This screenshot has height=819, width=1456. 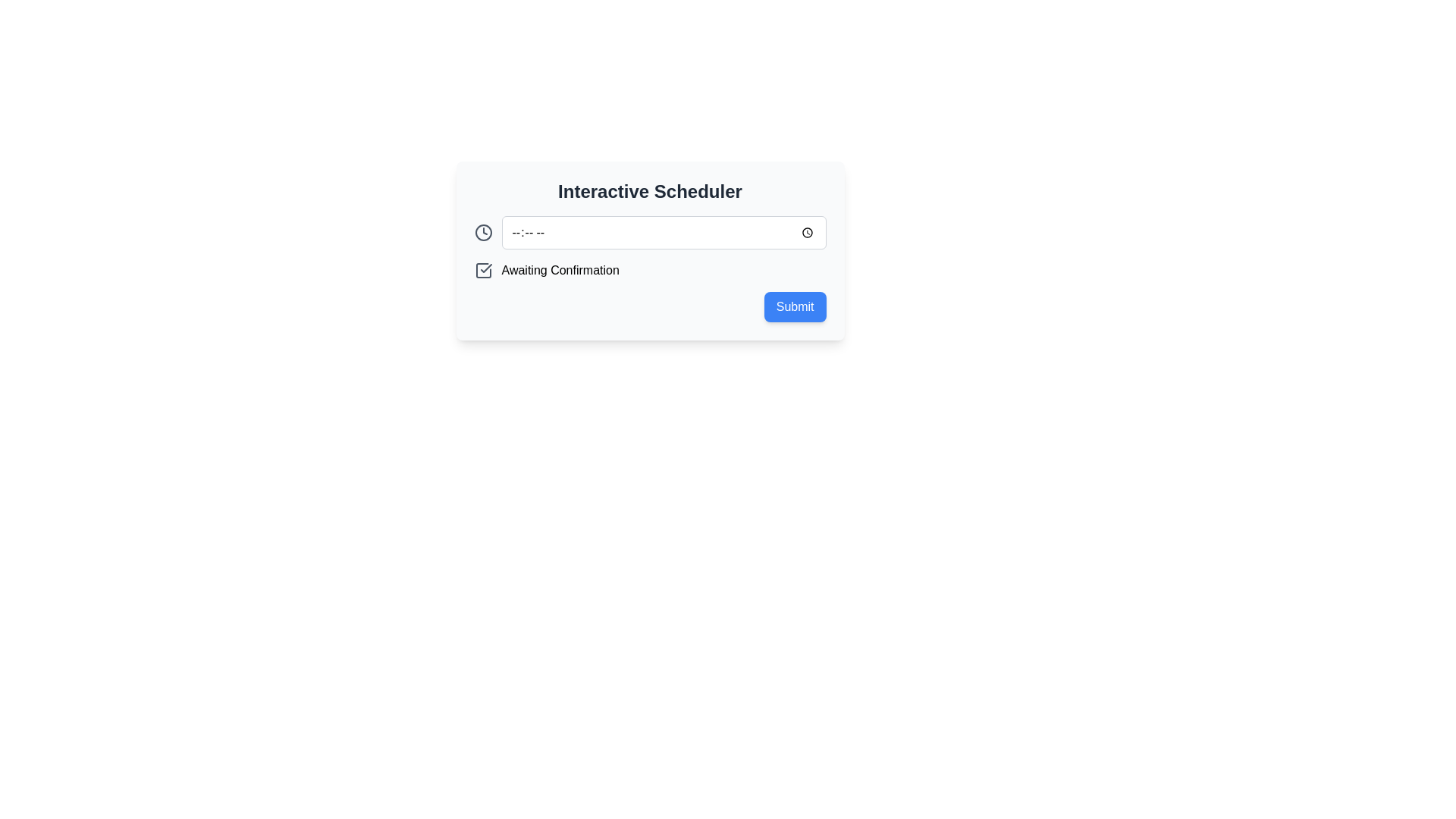 What do you see at coordinates (482, 270) in the screenshot?
I see `the checkmark icon enclosed within a square, which is positioned to the left of the text 'Awaiting Confirmation'` at bounding box center [482, 270].